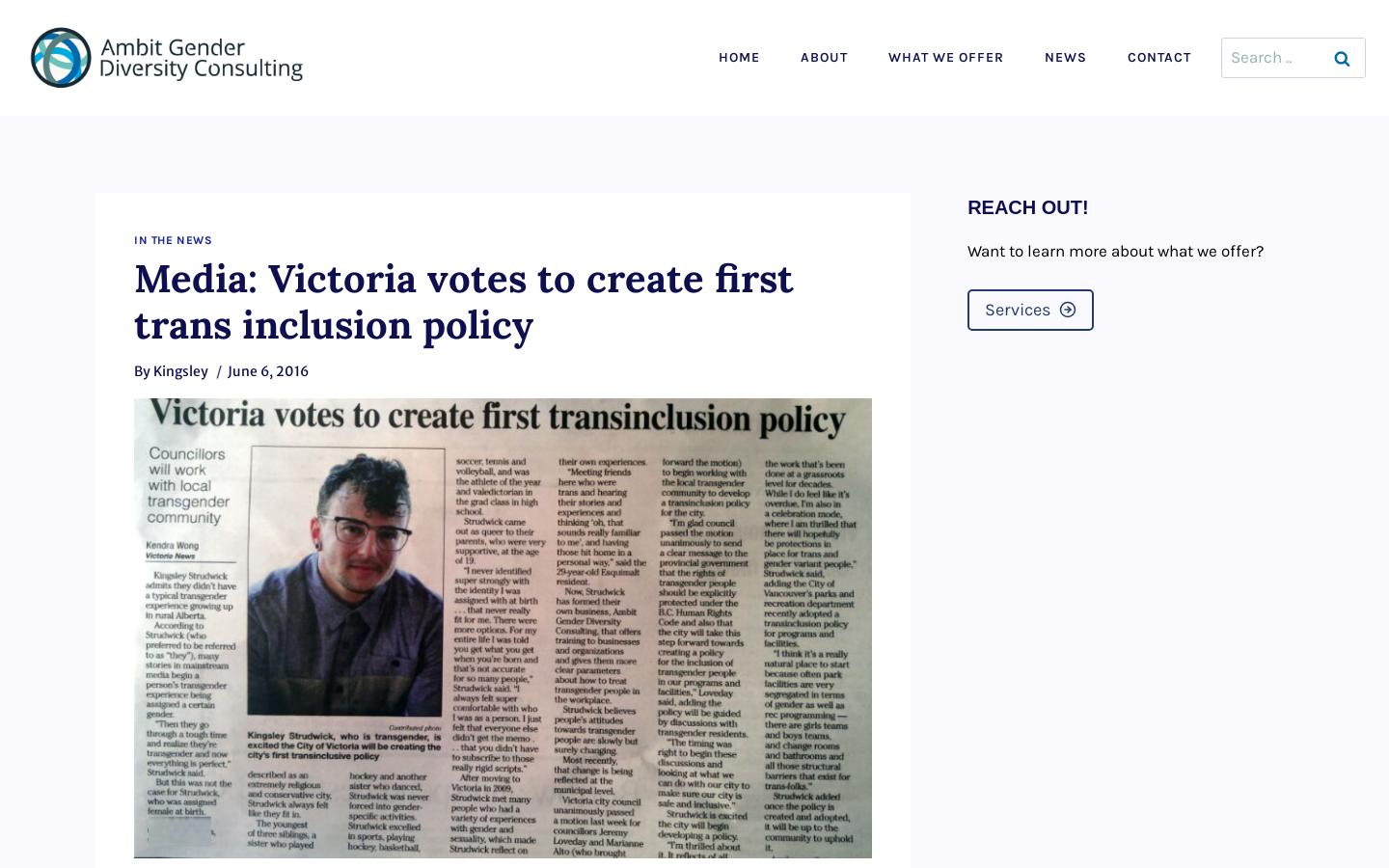 This screenshot has height=868, width=1389. What do you see at coordinates (1115, 250) in the screenshot?
I see `'Want to learn more about what we offer?'` at bounding box center [1115, 250].